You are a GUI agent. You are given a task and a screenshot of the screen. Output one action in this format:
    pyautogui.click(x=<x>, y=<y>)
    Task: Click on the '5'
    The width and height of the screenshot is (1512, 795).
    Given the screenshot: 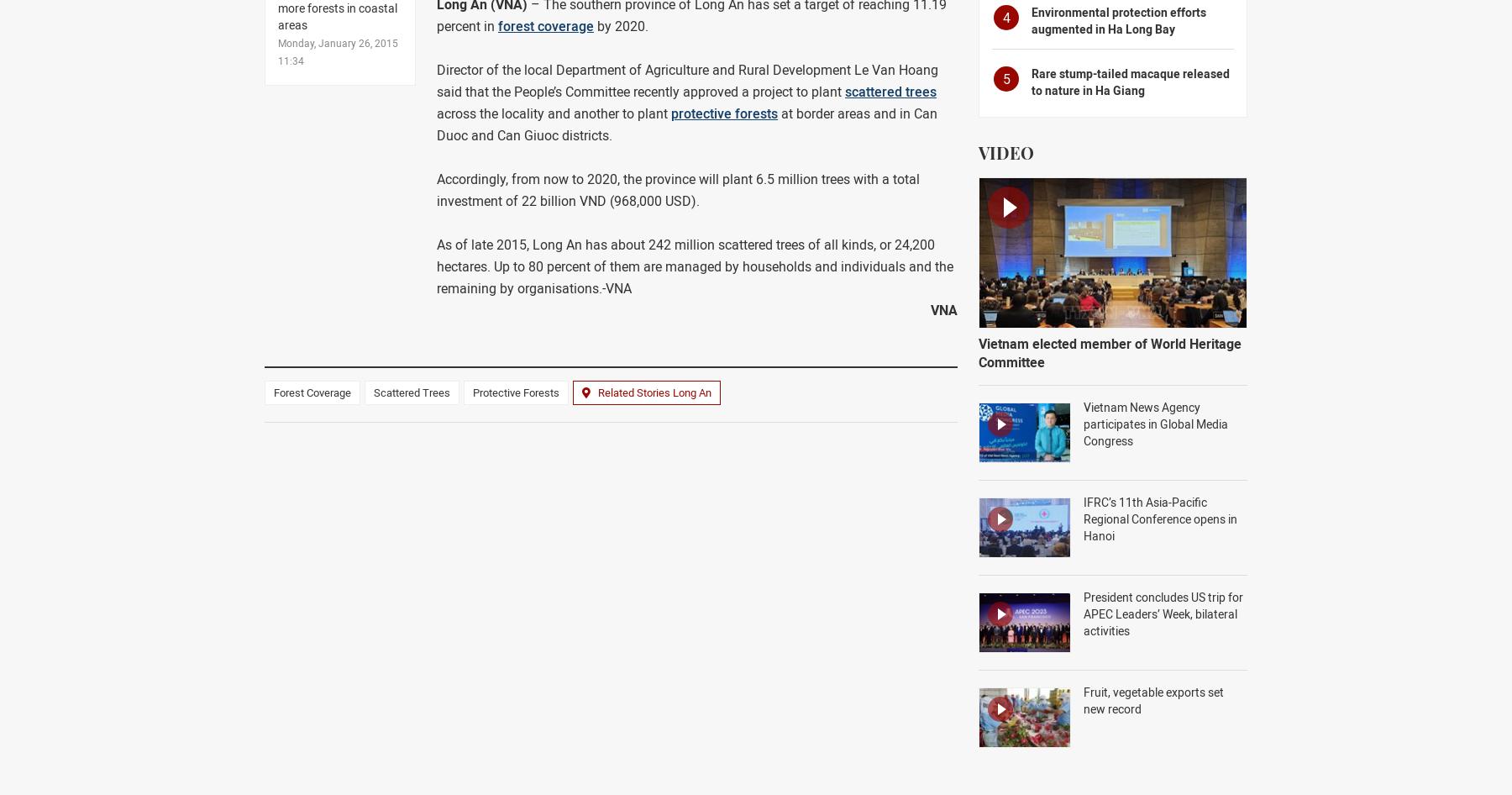 What is the action you would take?
    pyautogui.click(x=1001, y=77)
    